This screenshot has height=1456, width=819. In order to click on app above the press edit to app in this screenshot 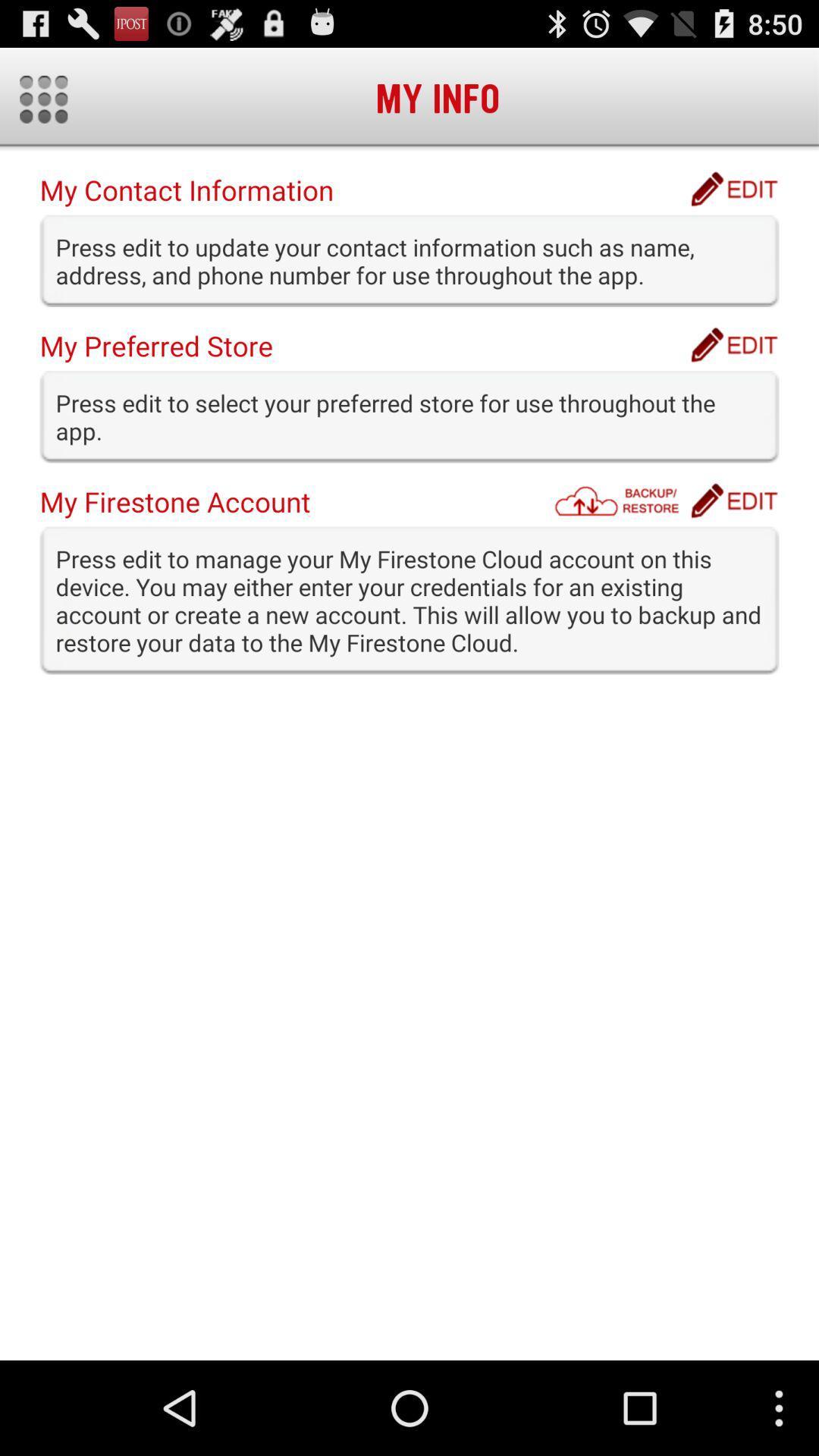, I will do `click(733, 500)`.